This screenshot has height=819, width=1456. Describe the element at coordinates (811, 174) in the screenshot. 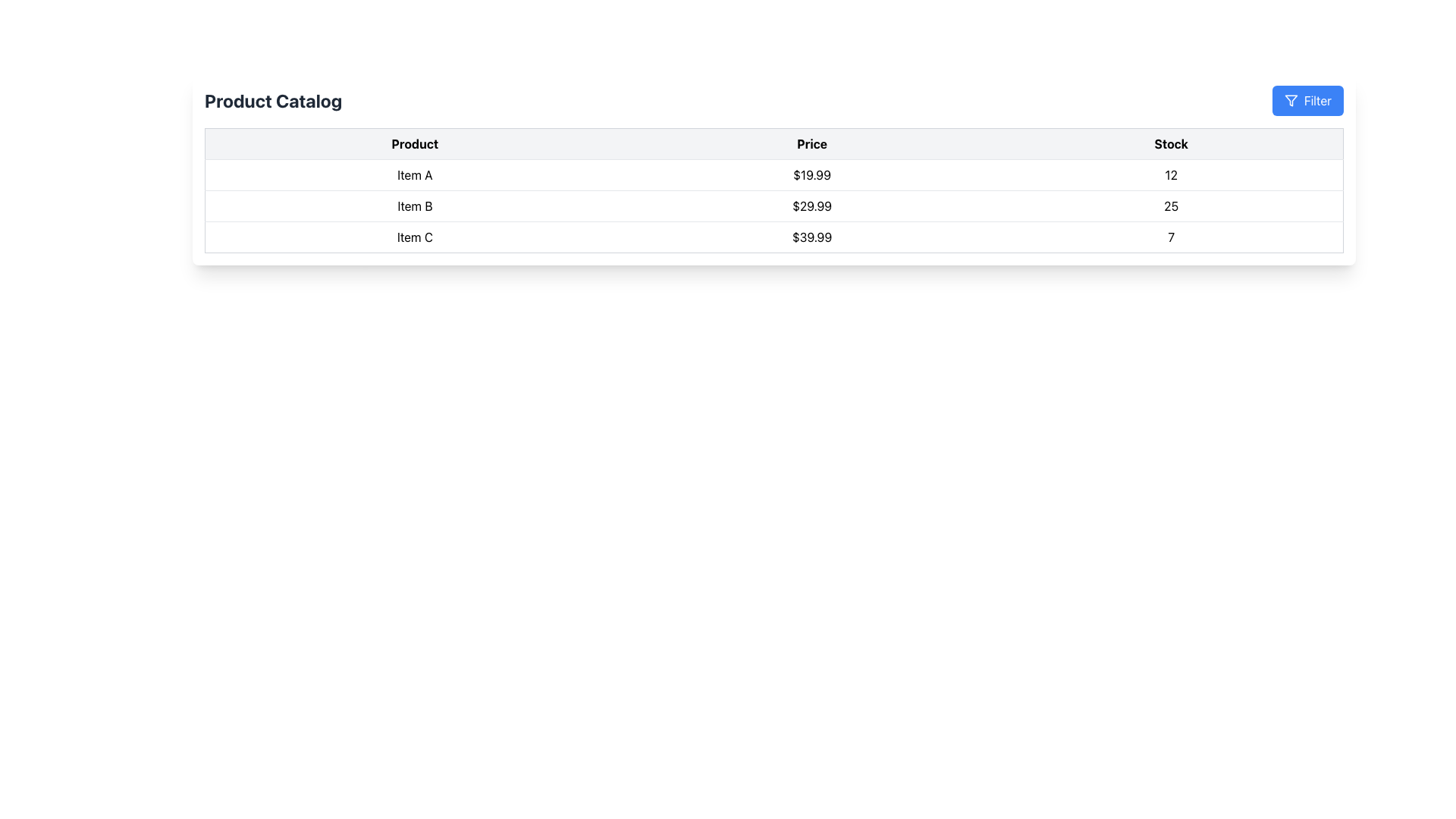

I see `the static text displaying the price '$19.99' which is centrally aligned in the second column of the table row for 'Item A'` at that location.